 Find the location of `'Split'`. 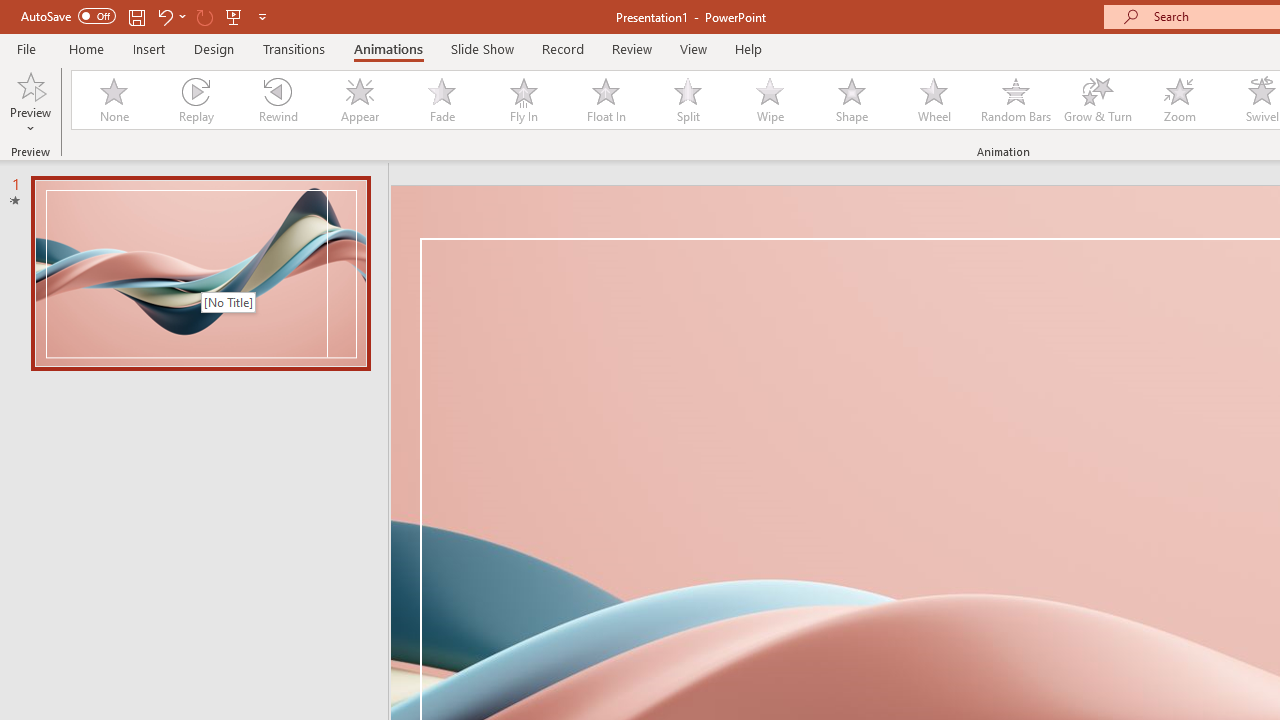

'Split' is located at coordinates (688, 100).